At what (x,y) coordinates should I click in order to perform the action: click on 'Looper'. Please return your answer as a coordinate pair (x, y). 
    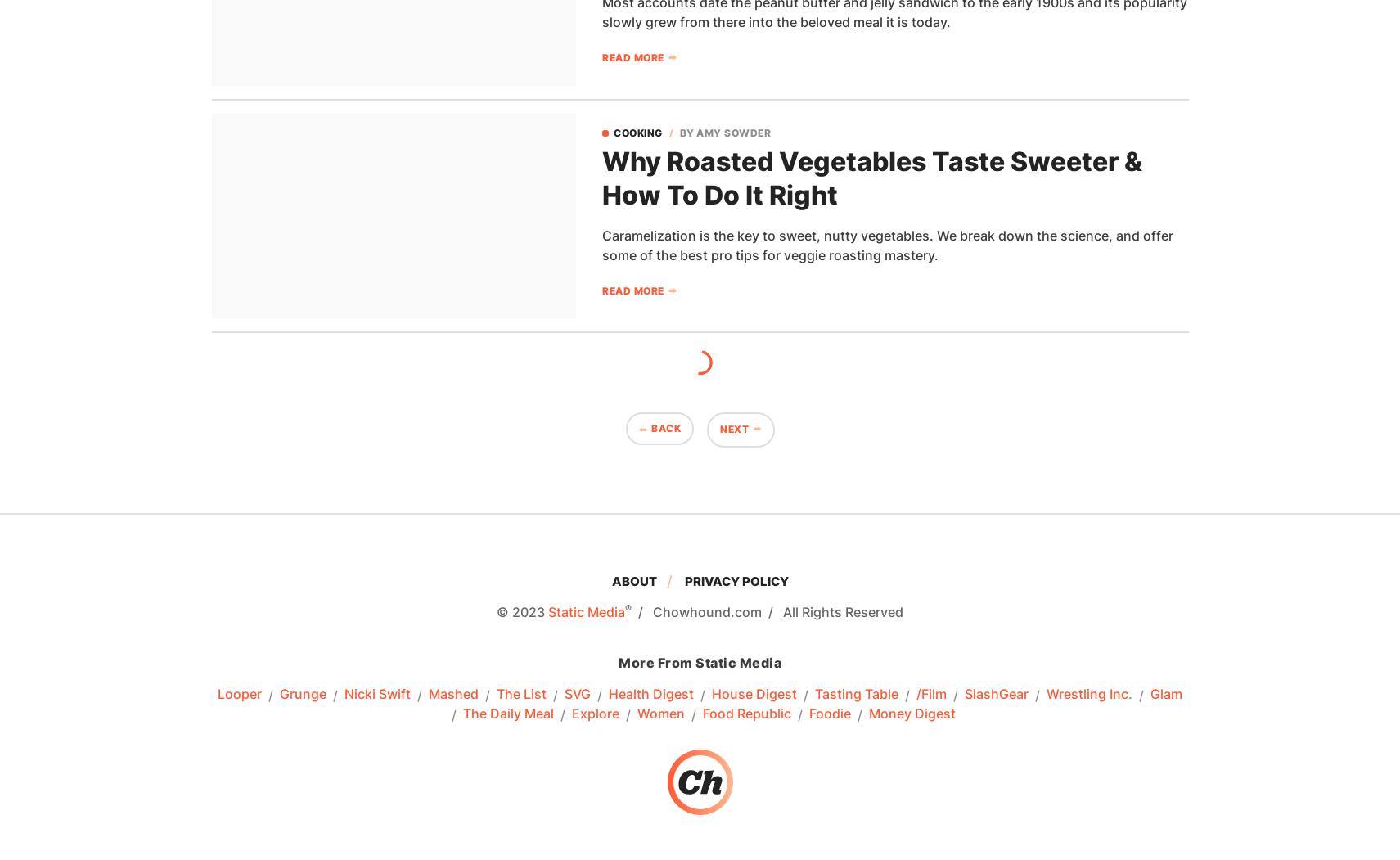
    Looking at the image, I should click on (239, 694).